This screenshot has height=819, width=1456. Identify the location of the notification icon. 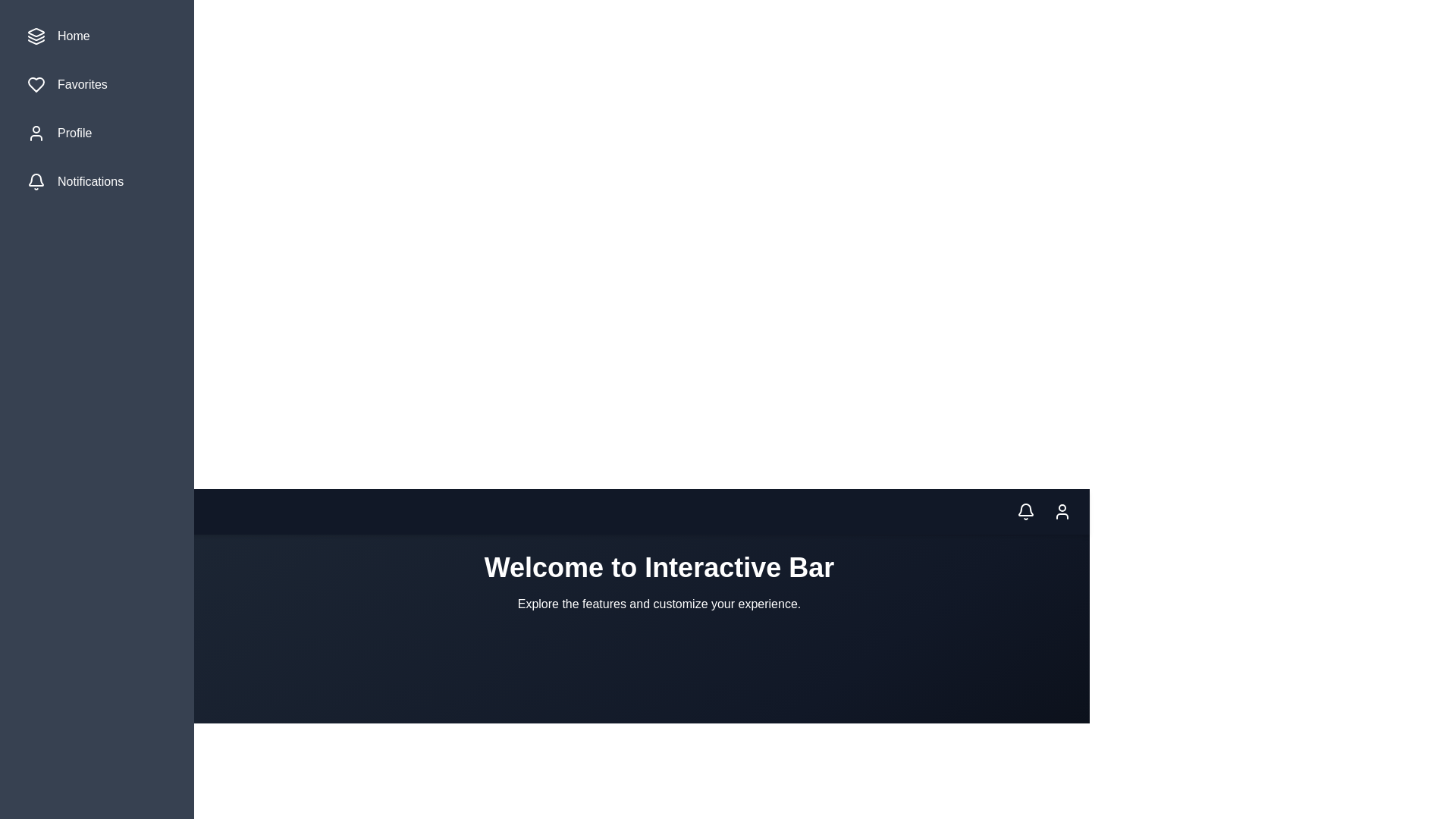
(1026, 512).